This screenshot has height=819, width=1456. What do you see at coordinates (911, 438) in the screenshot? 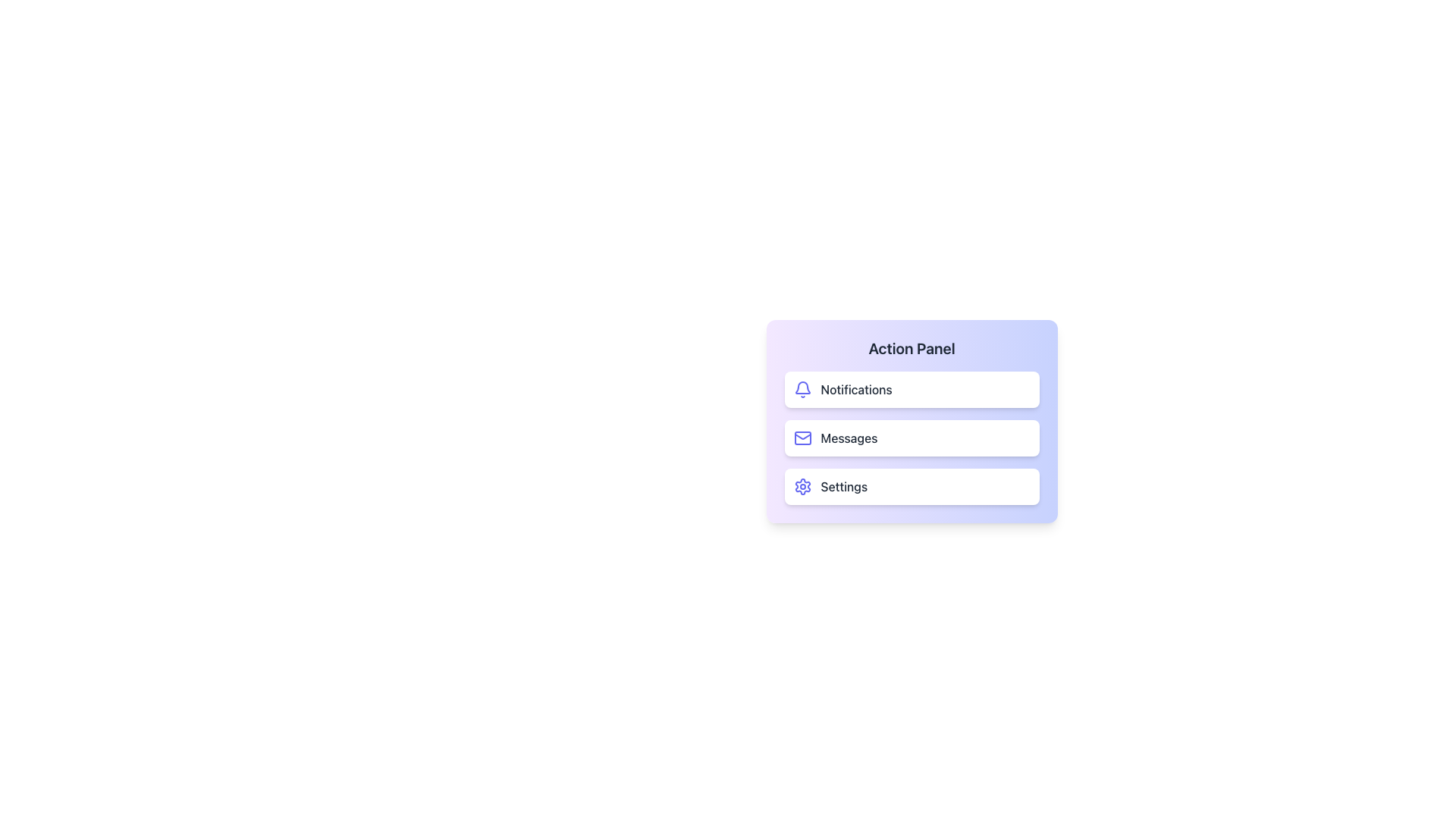
I see `the 'Messages' button located in the 'Action Panel' between the 'Notifications' and 'Settings' buttons` at bounding box center [911, 438].